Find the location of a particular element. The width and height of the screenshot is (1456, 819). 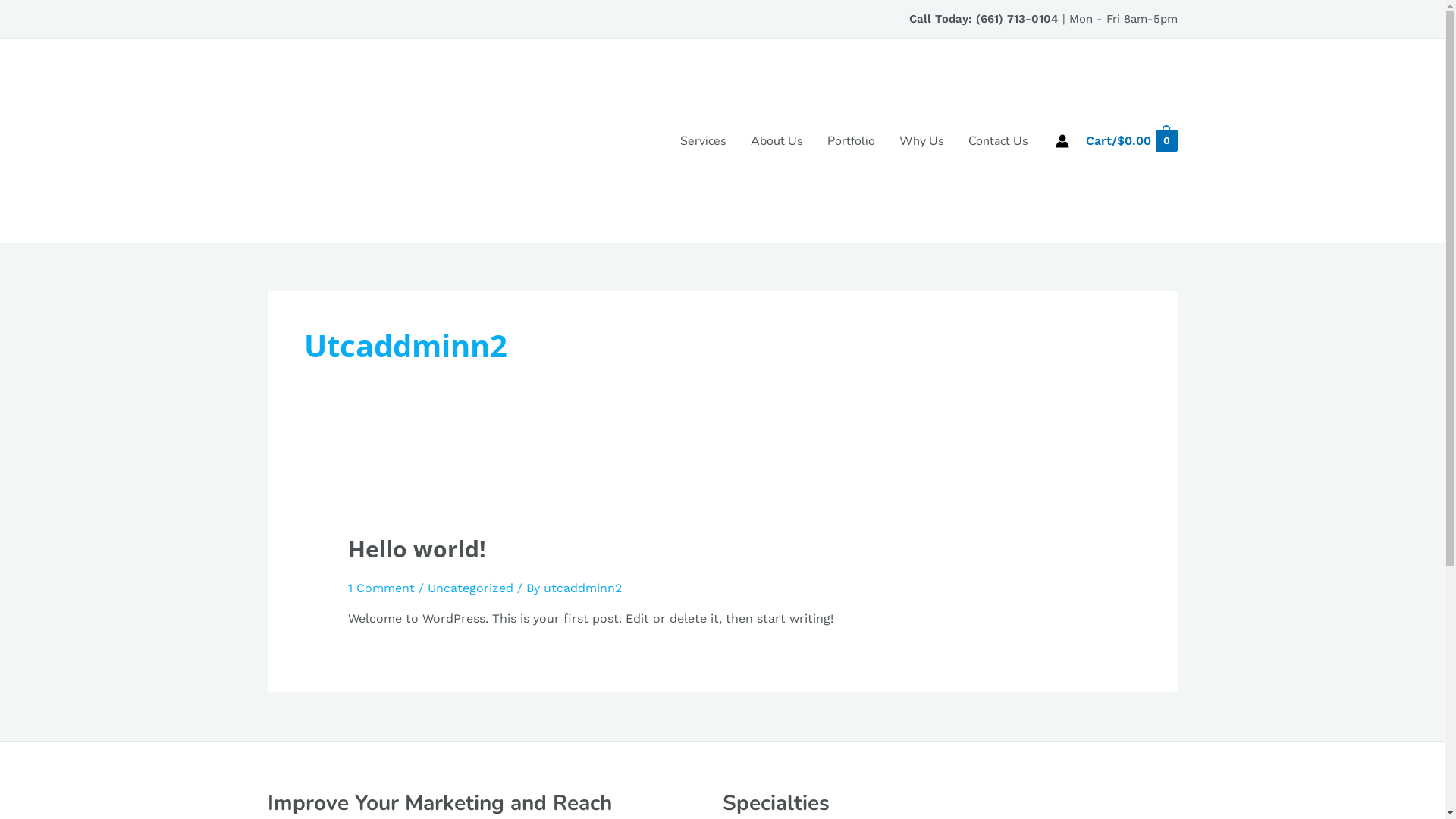

'utcaddminn2' is located at coordinates (543, 587).